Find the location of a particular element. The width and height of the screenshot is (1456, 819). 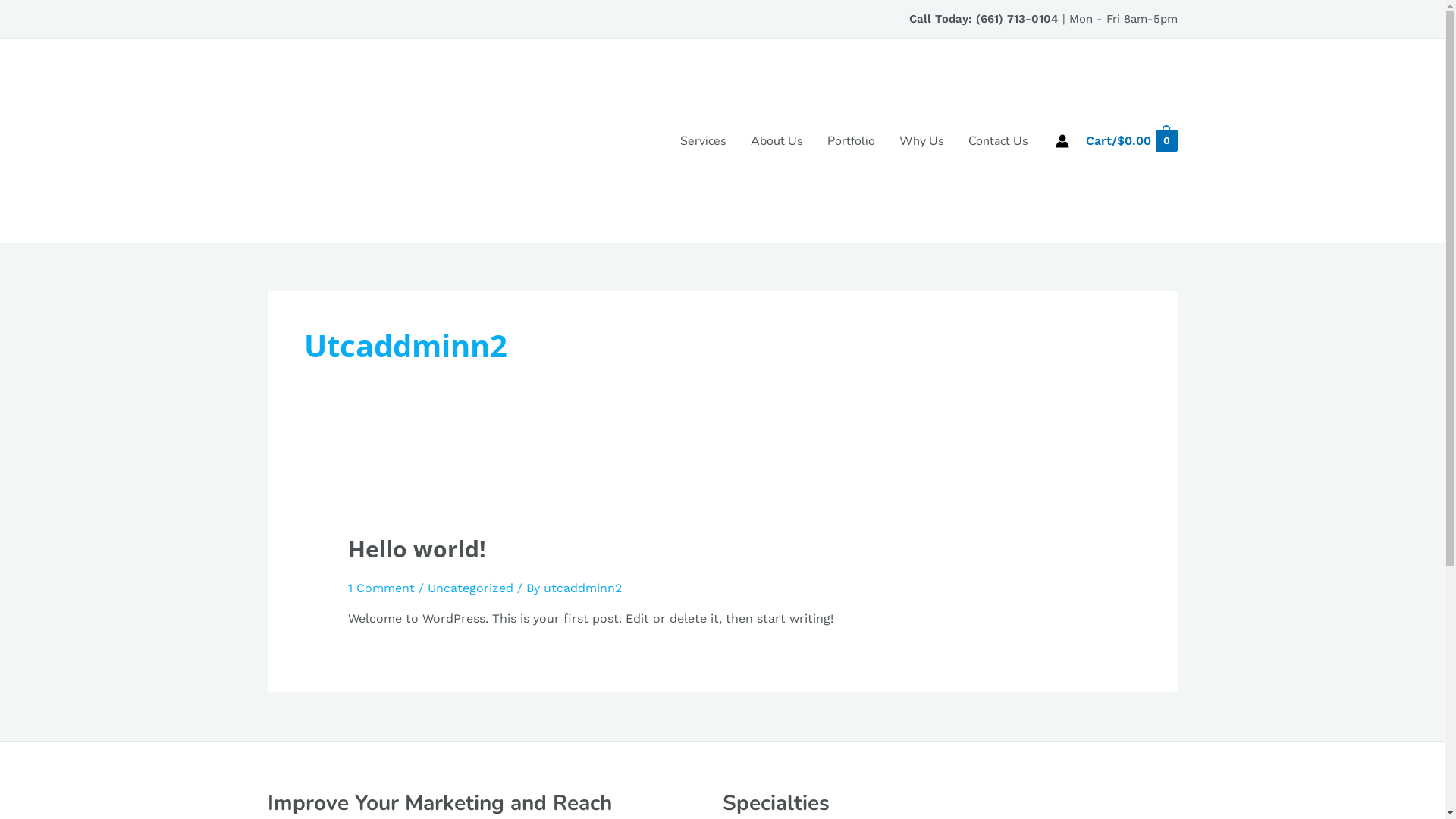

'utcaddminn2' is located at coordinates (543, 587).